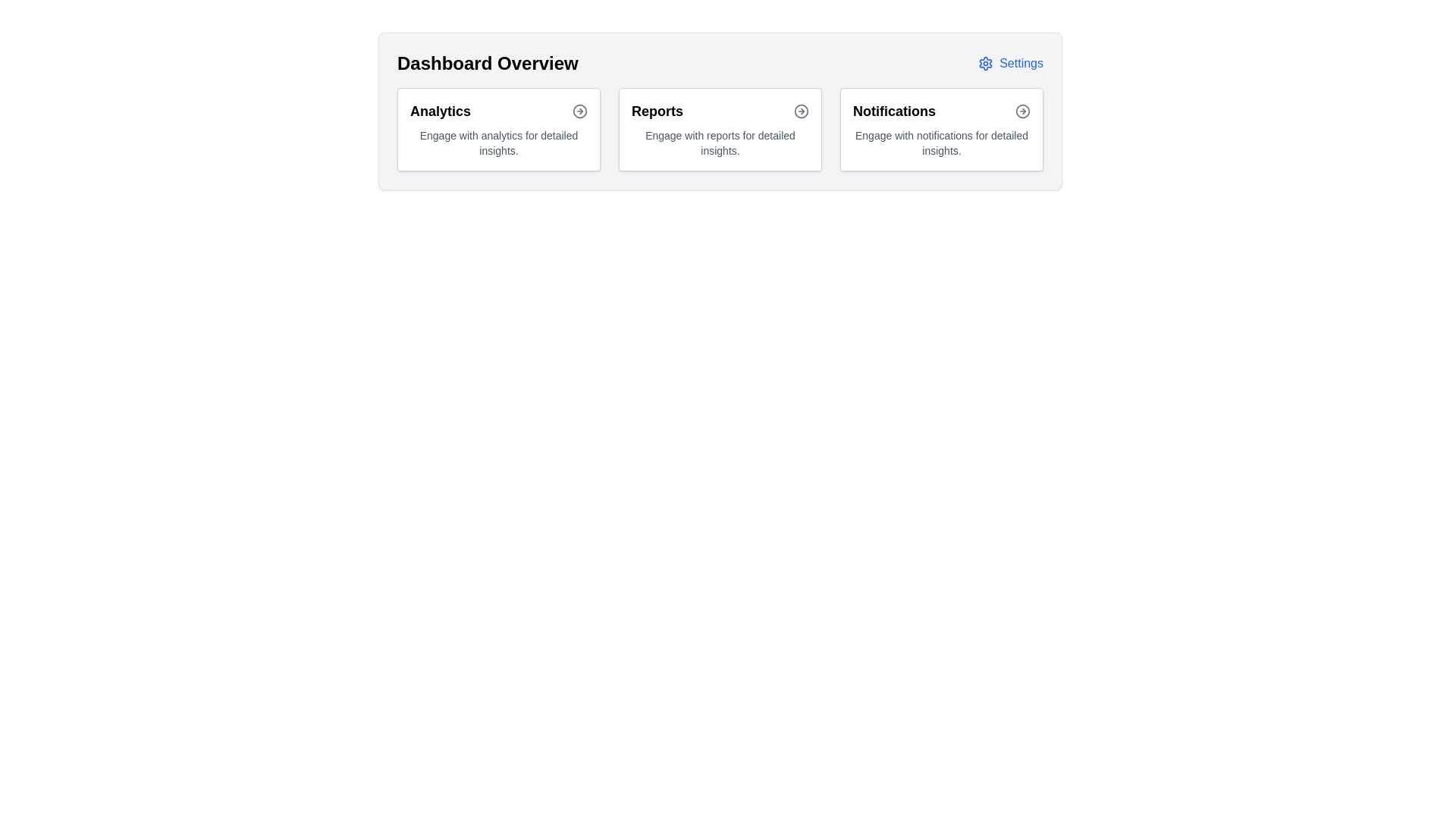  Describe the element at coordinates (498, 143) in the screenshot. I see `the descriptive text label providing additional information about the 'Analytics' section, located below the 'Analytics' heading and left of the right arrow icon` at that location.